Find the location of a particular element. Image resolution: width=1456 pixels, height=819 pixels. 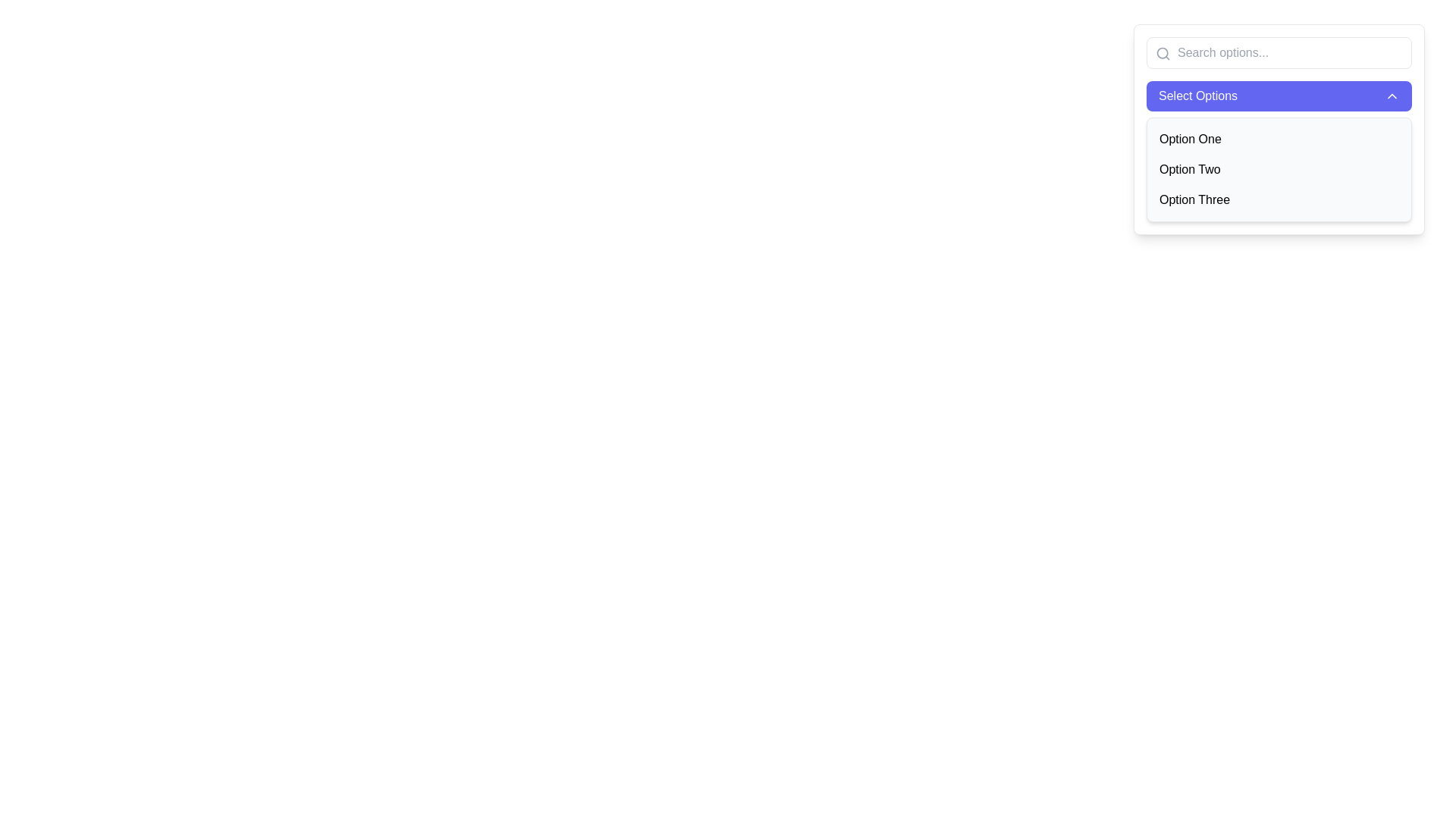

the search icon located at the top-left corner of the search input field, which indicates the purpose of the adjacent input field as a search bar is located at coordinates (1163, 52).